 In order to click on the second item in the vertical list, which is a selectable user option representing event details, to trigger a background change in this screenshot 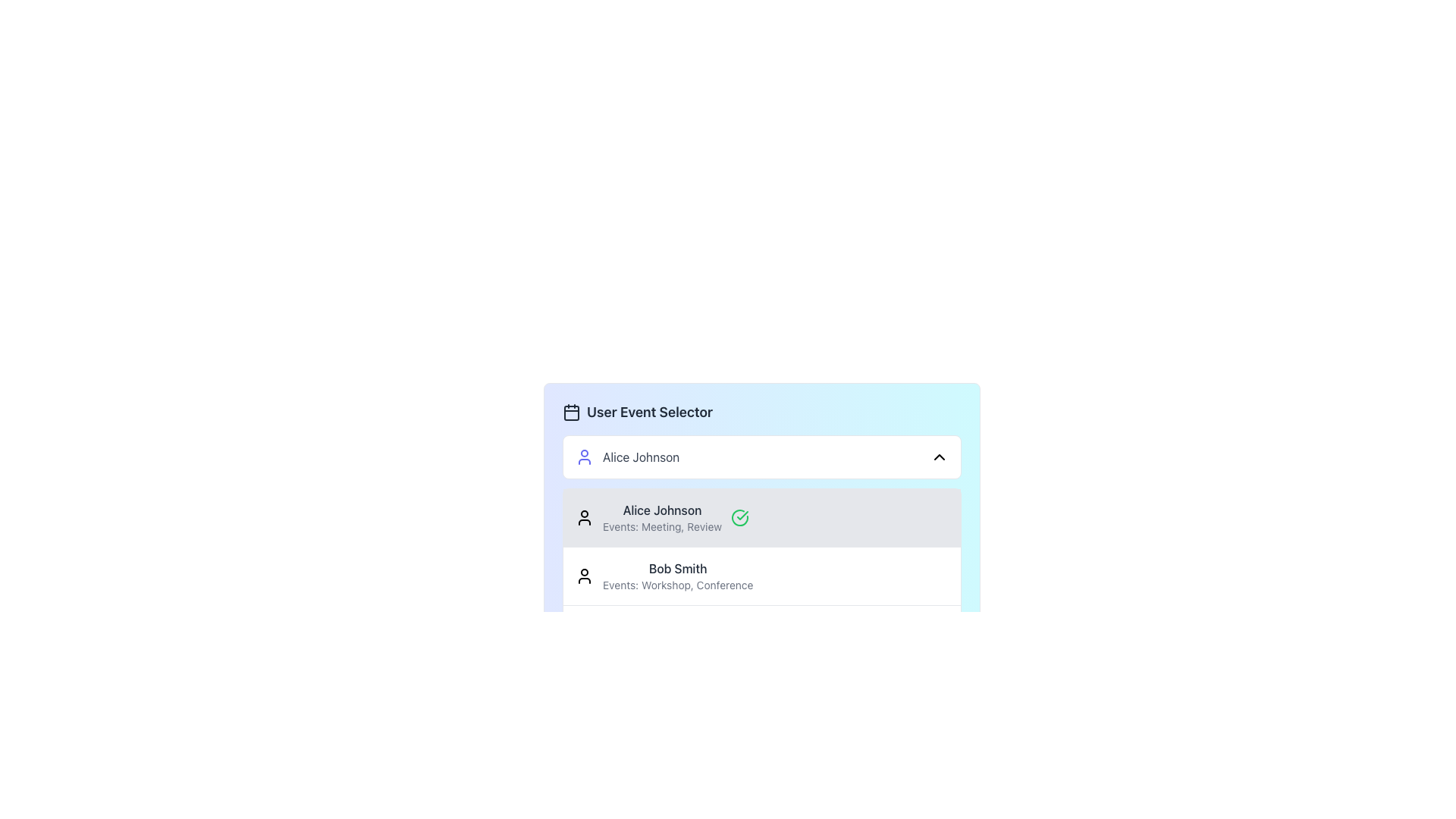, I will do `click(761, 576)`.